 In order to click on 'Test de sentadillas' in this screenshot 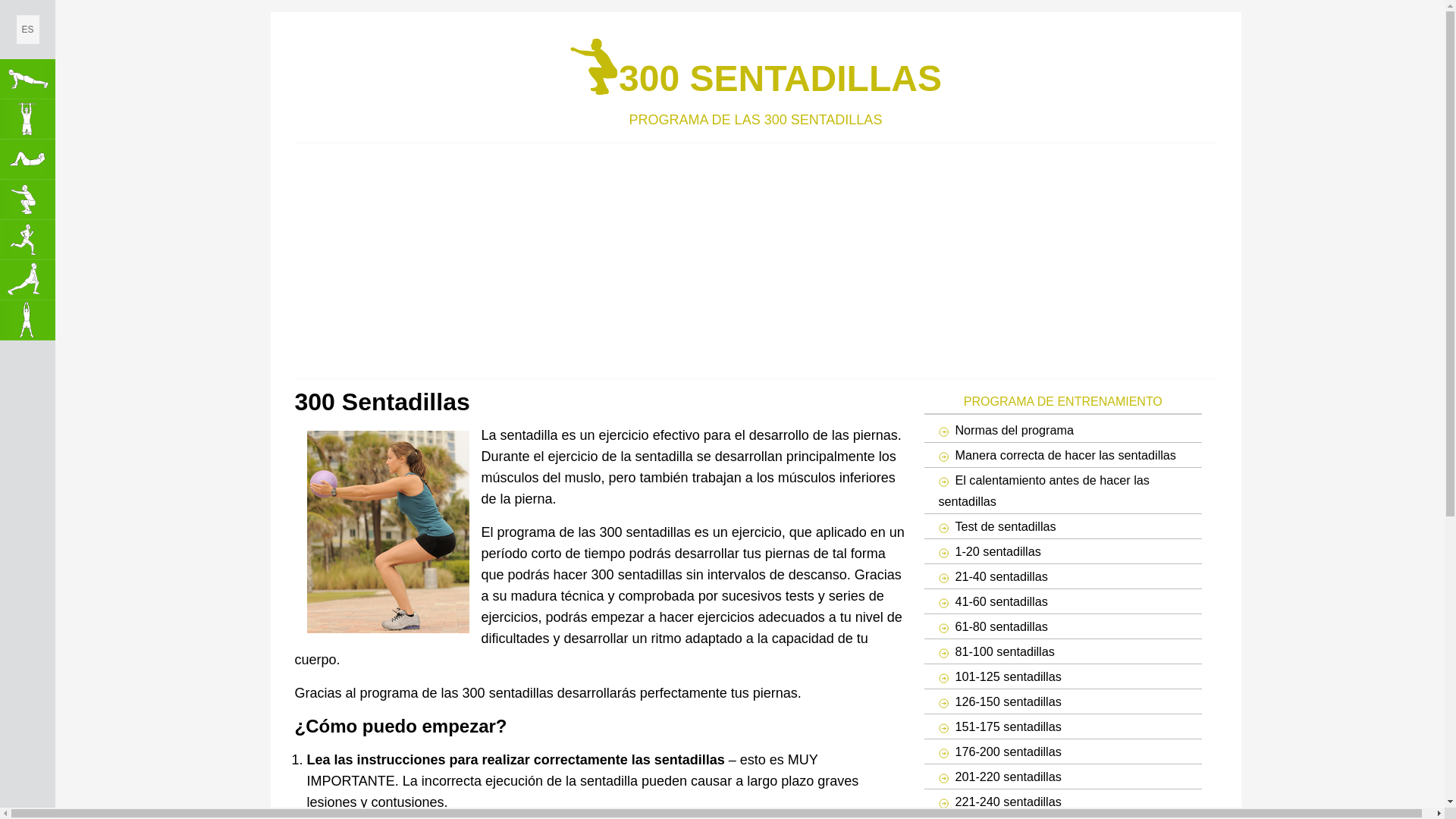, I will do `click(1062, 526)`.